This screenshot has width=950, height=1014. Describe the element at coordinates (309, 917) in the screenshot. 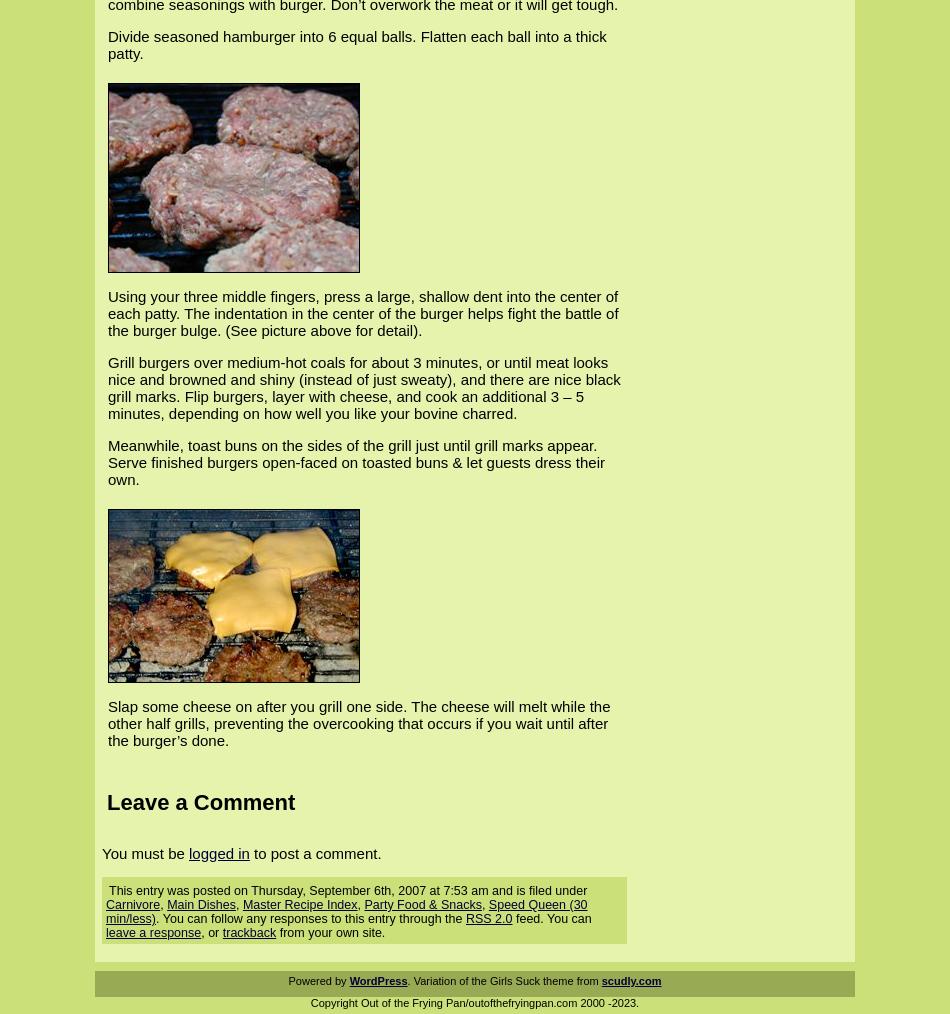

I see `'.
								You can follow any responses to this entry through the'` at that location.